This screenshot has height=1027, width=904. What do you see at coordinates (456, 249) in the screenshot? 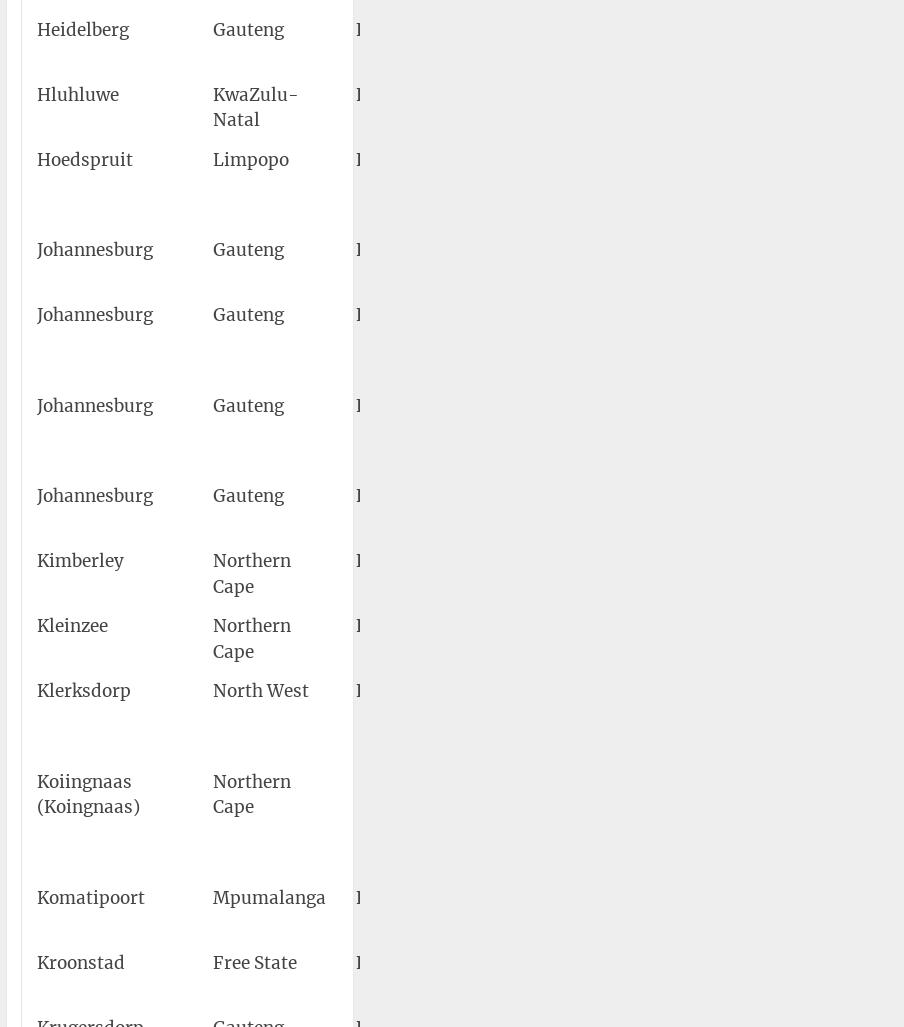
I see `'GCJ'` at bounding box center [456, 249].